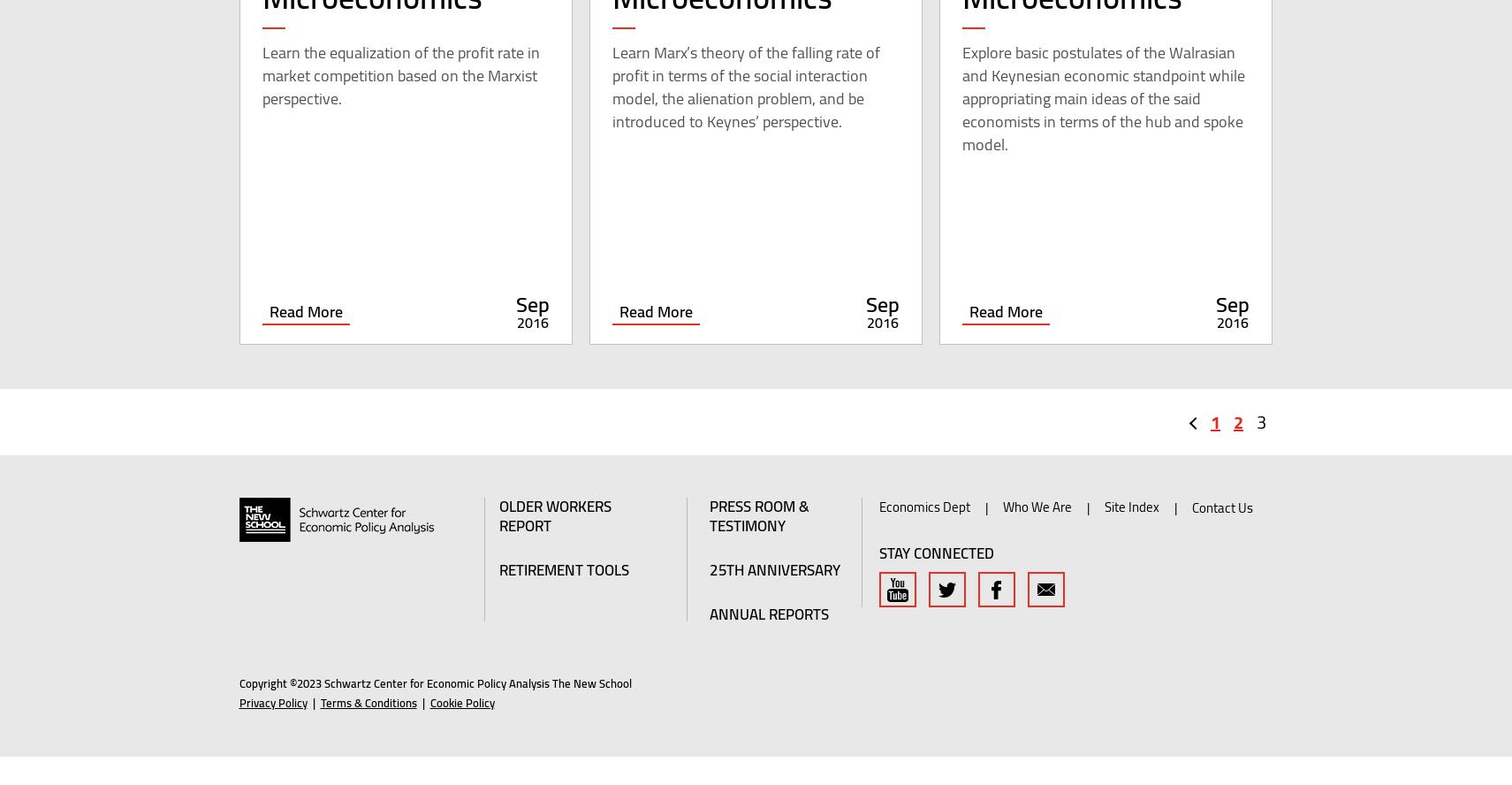 The width and height of the screenshot is (1512, 785). Describe the element at coordinates (553, 544) in the screenshot. I see `'Older Workers Report'` at that location.